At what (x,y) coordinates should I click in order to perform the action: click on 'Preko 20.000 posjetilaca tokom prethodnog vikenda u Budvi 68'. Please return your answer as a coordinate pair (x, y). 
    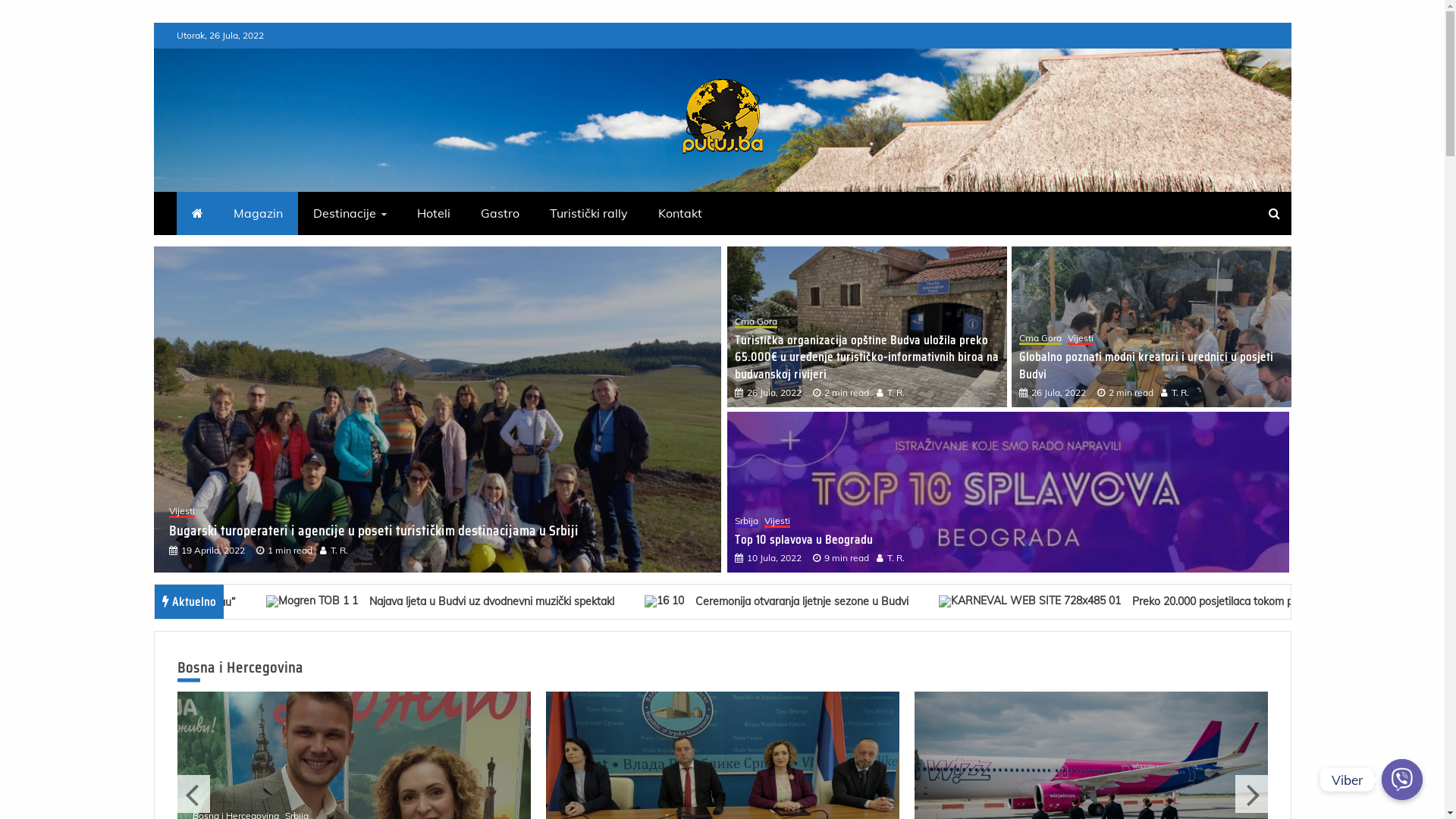
    Looking at the image, I should click on (1084, 601).